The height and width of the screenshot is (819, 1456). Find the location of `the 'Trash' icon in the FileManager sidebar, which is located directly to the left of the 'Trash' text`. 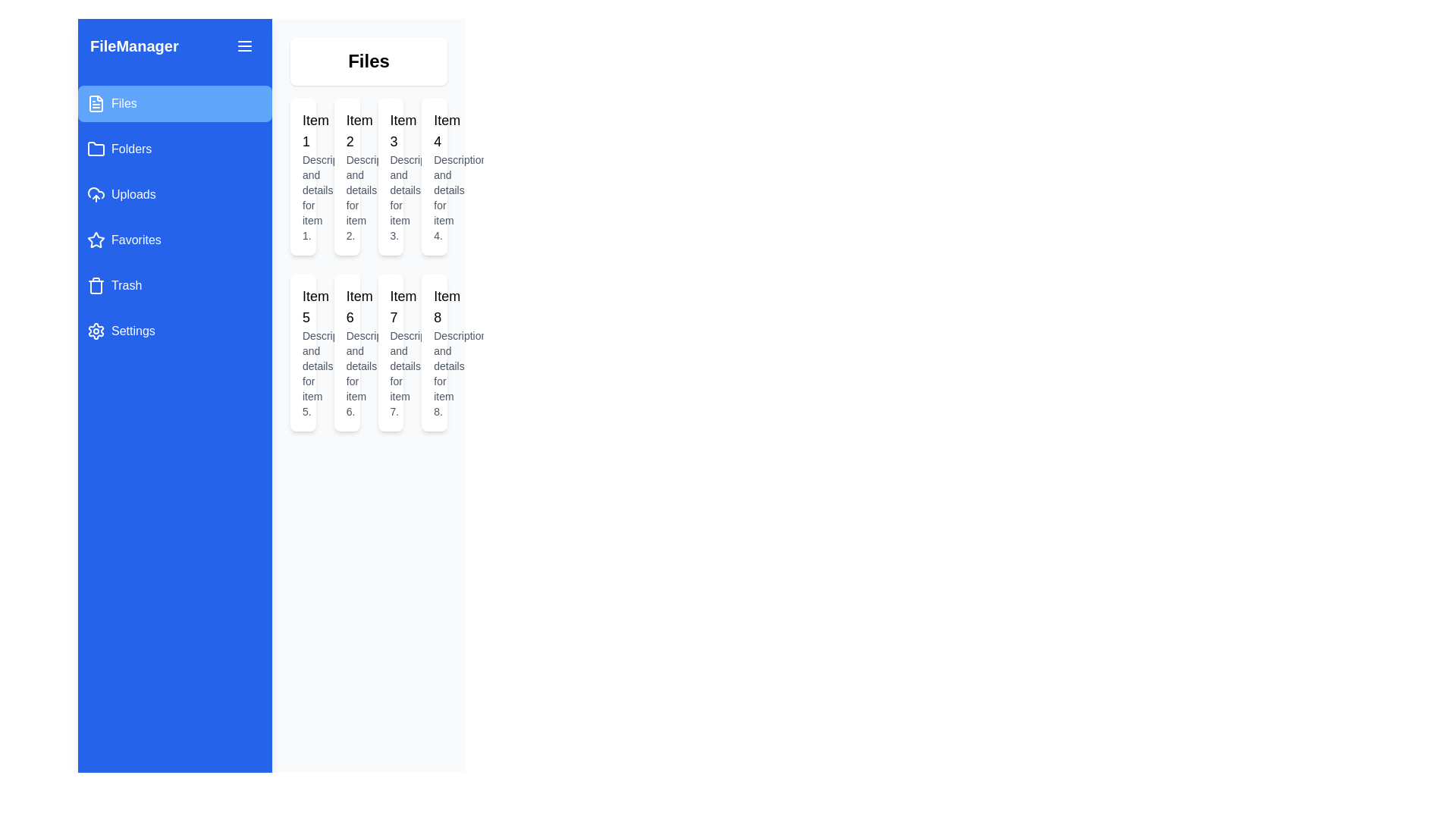

the 'Trash' icon in the FileManager sidebar, which is located directly to the left of the 'Trash' text is located at coordinates (95, 286).